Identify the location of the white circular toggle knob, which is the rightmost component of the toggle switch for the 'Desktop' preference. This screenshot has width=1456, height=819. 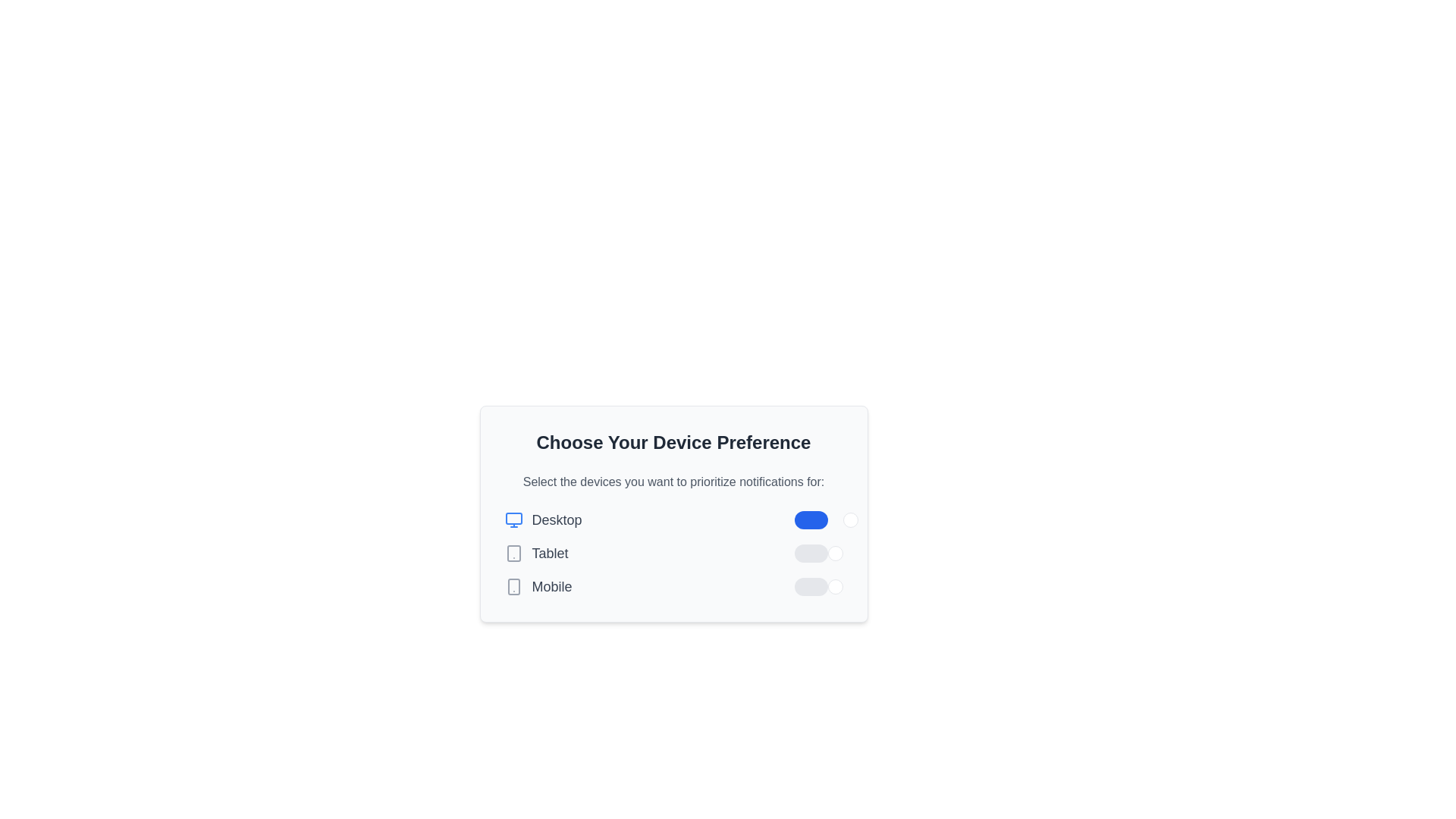
(850, 519).